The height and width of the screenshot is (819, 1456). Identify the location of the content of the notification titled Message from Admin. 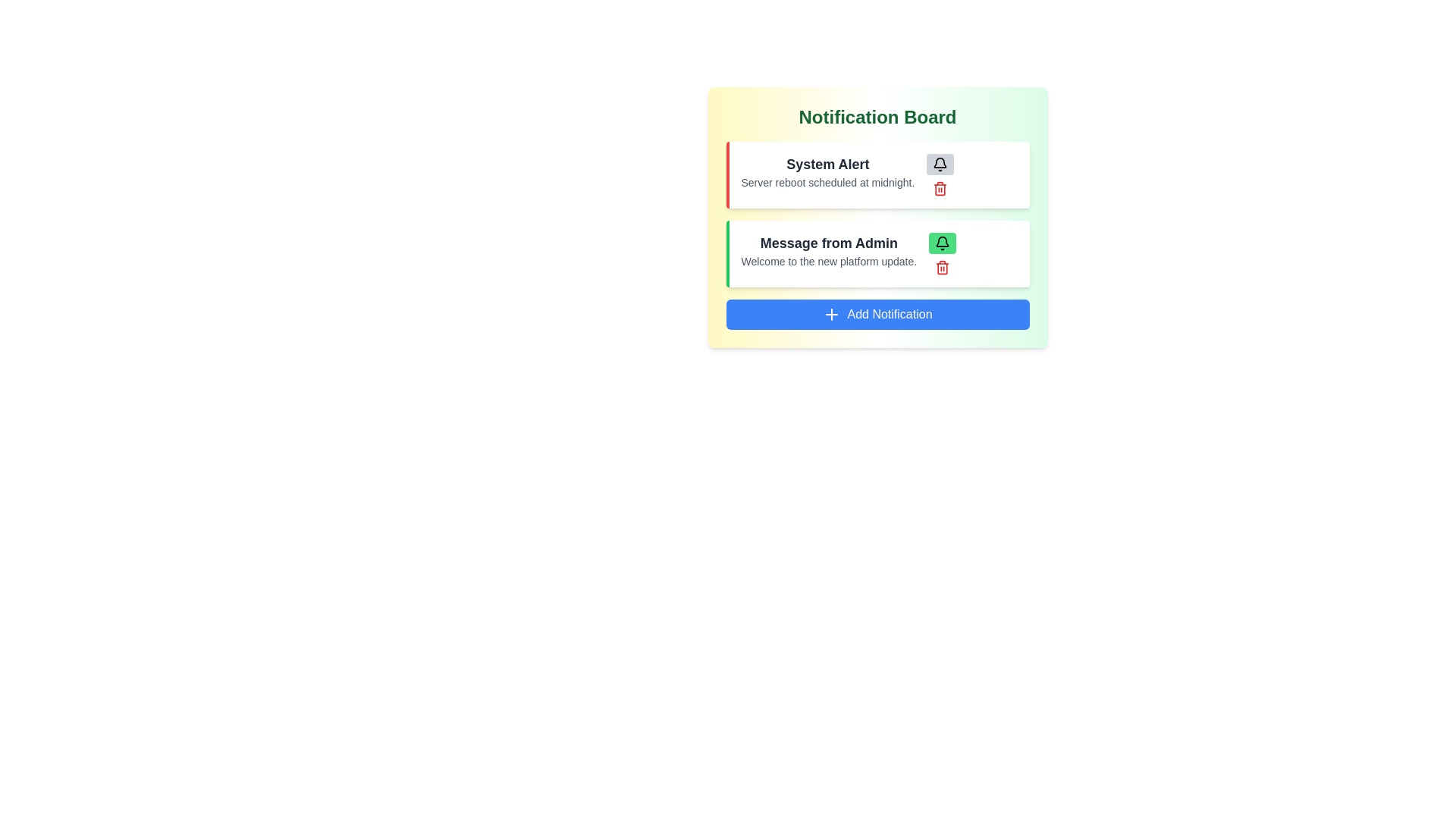
(828, 242).